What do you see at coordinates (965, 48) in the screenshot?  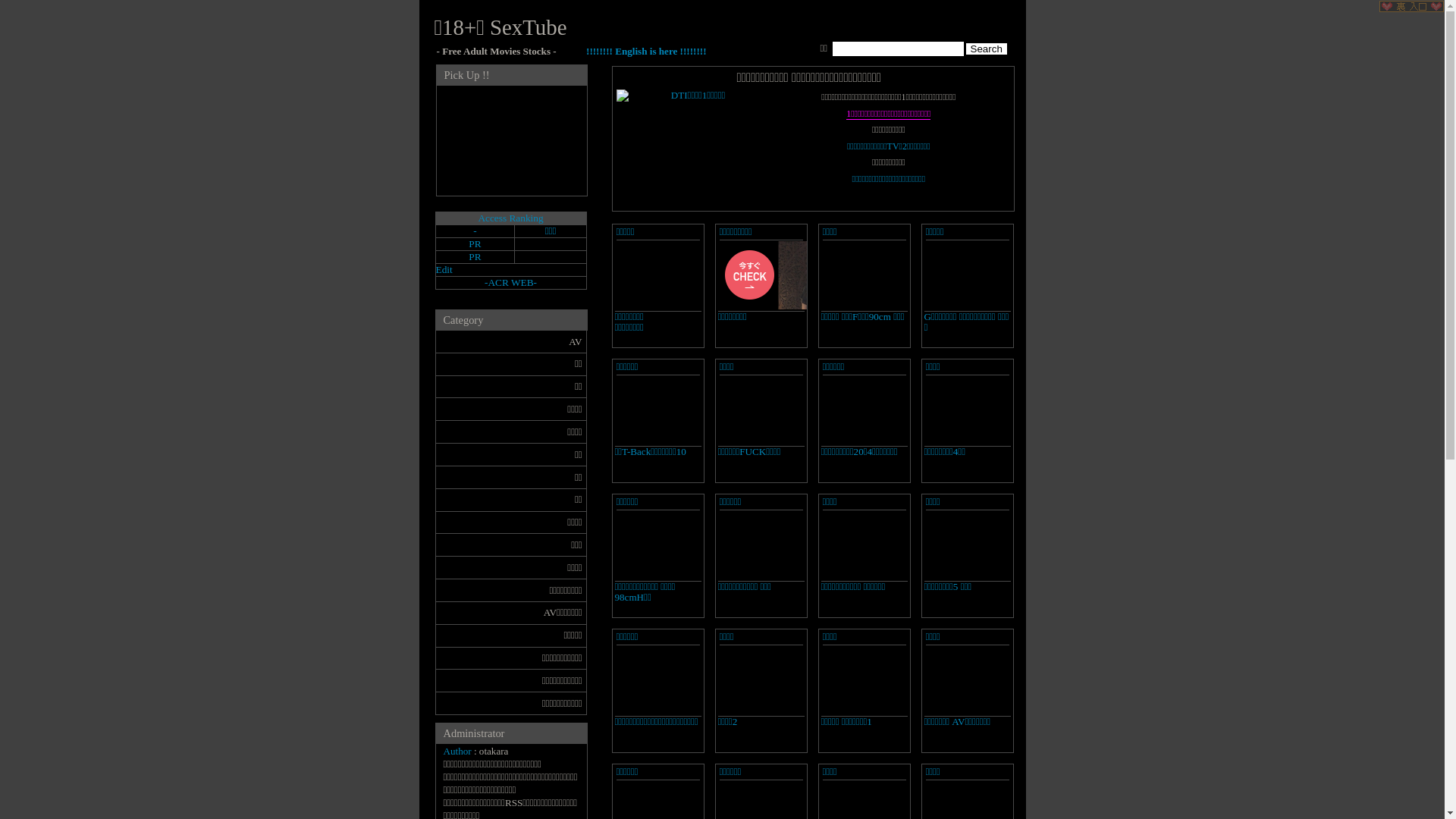 I see `' Search '` at bounding box center [965, 48].